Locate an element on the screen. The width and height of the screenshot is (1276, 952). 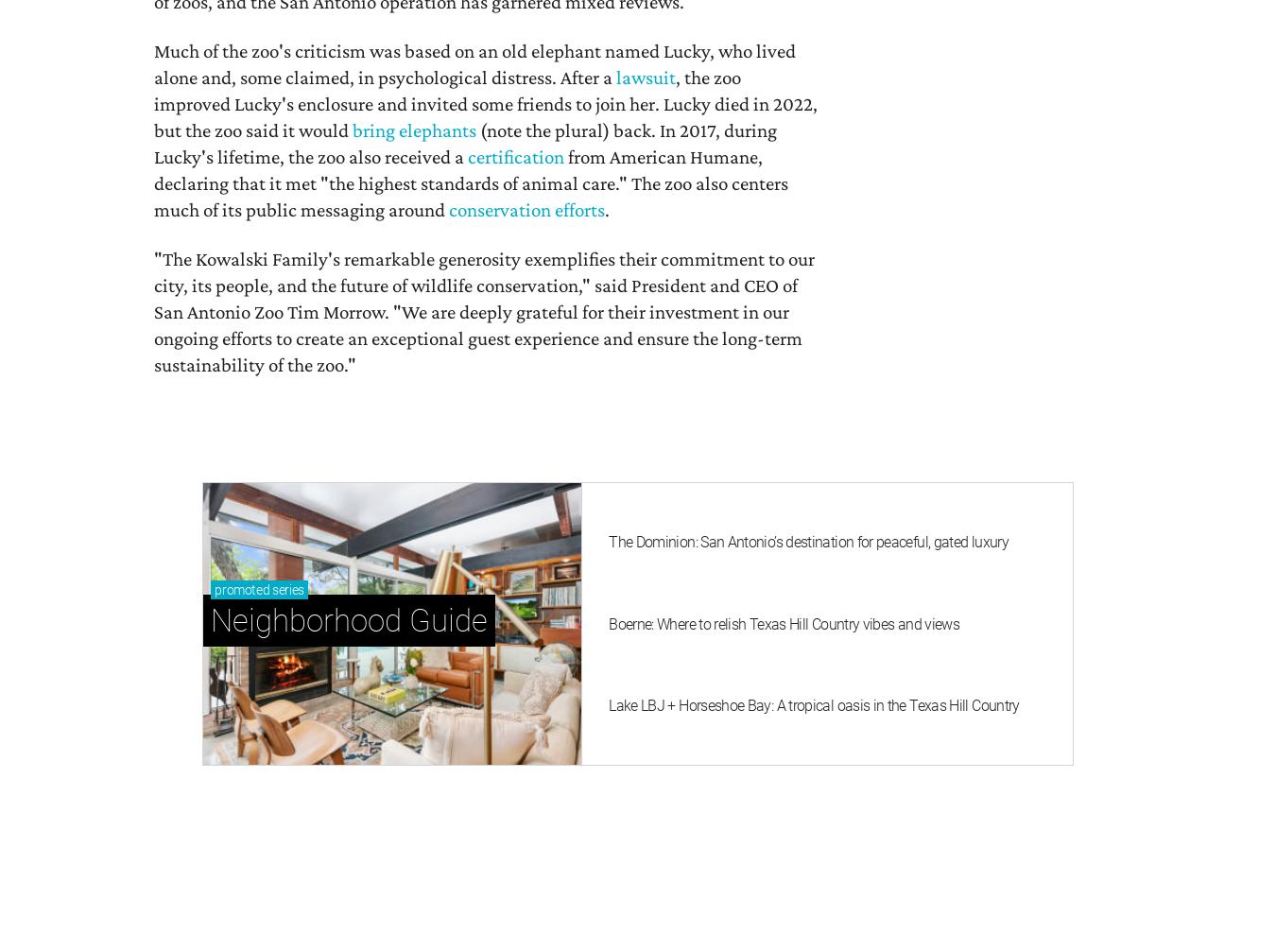
'bring elephants' is located at coordinates (414, 129).